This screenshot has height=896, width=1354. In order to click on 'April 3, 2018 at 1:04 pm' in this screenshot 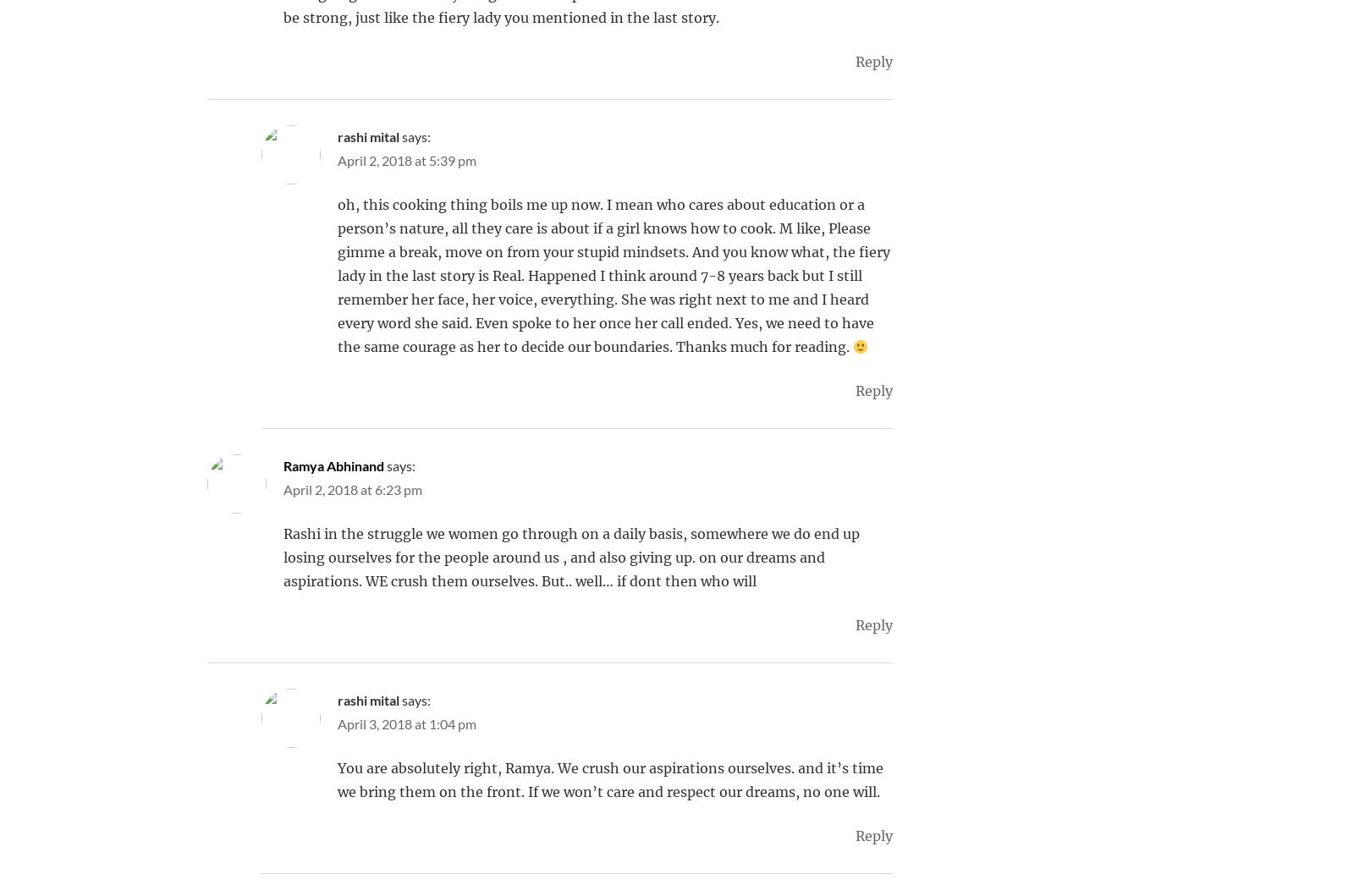, I will do `click(405, 723)`.